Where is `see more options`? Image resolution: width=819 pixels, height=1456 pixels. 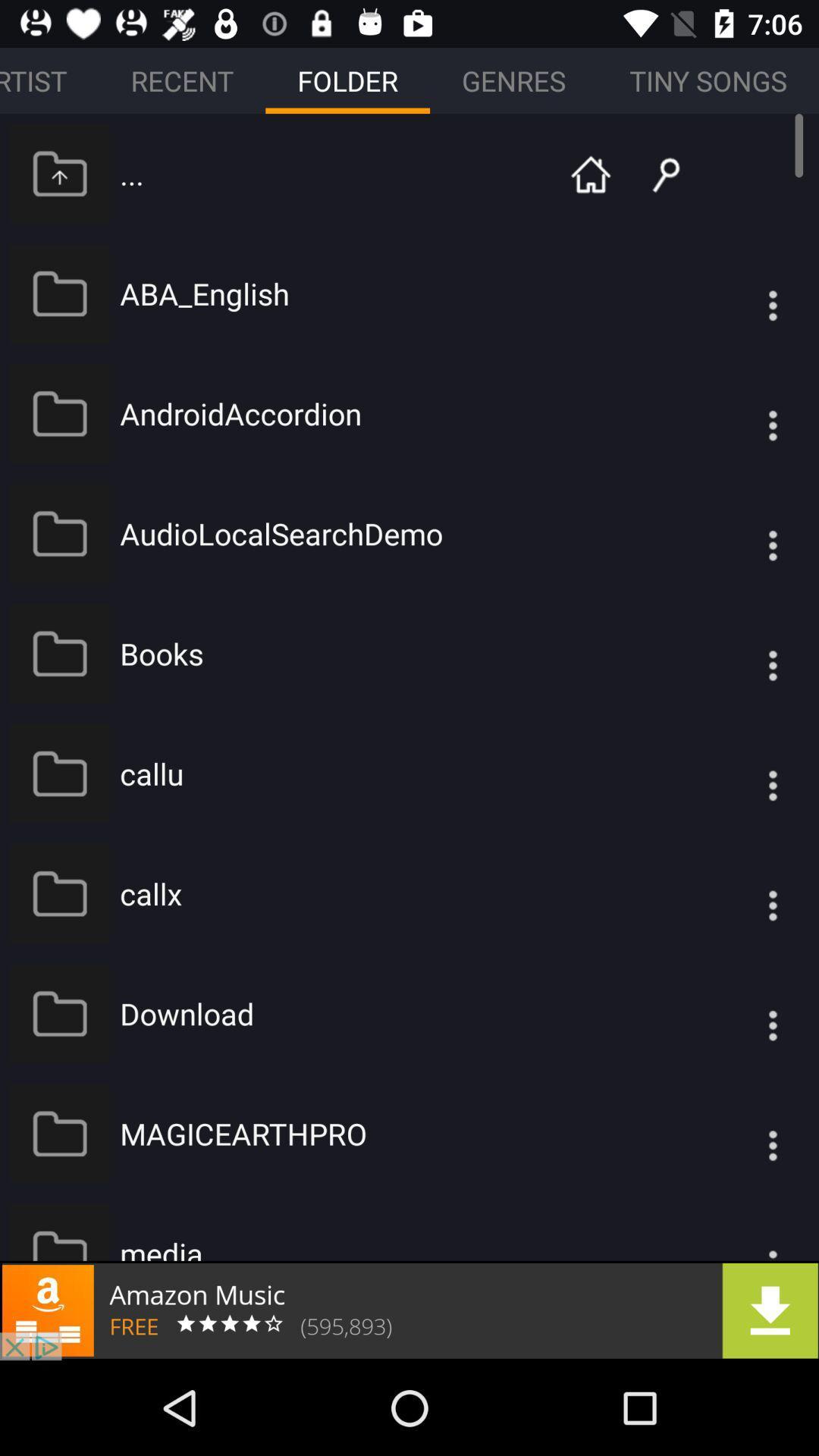 see more options is located at coordinates (742, 533).